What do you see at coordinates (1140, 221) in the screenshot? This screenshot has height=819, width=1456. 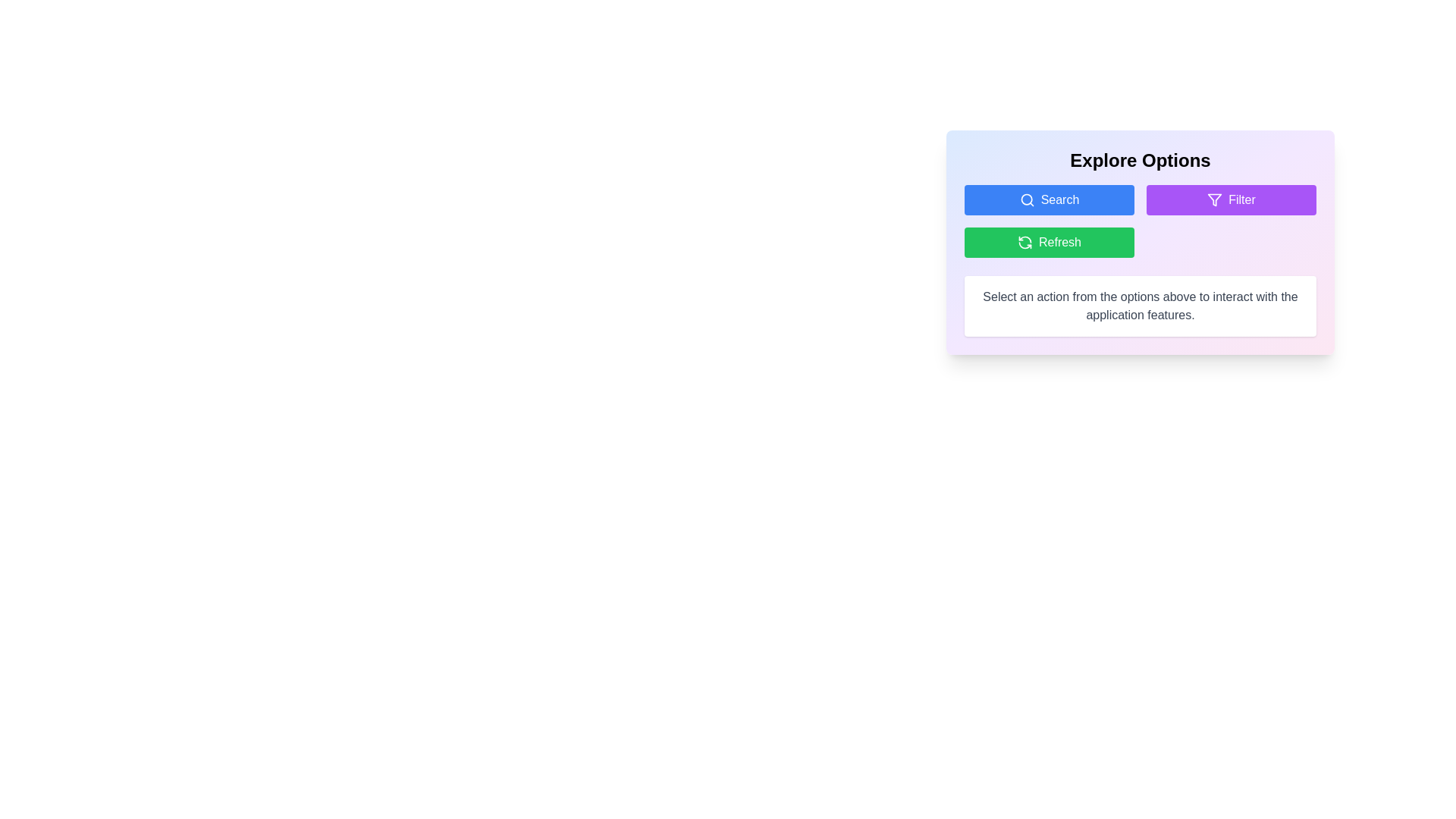 I see `the buttons in the grid containing action buttons labeled 'Search', 'Filter', and 'Refresh' located below the header 'Explore Options'` at bounding box center [1140, 221].